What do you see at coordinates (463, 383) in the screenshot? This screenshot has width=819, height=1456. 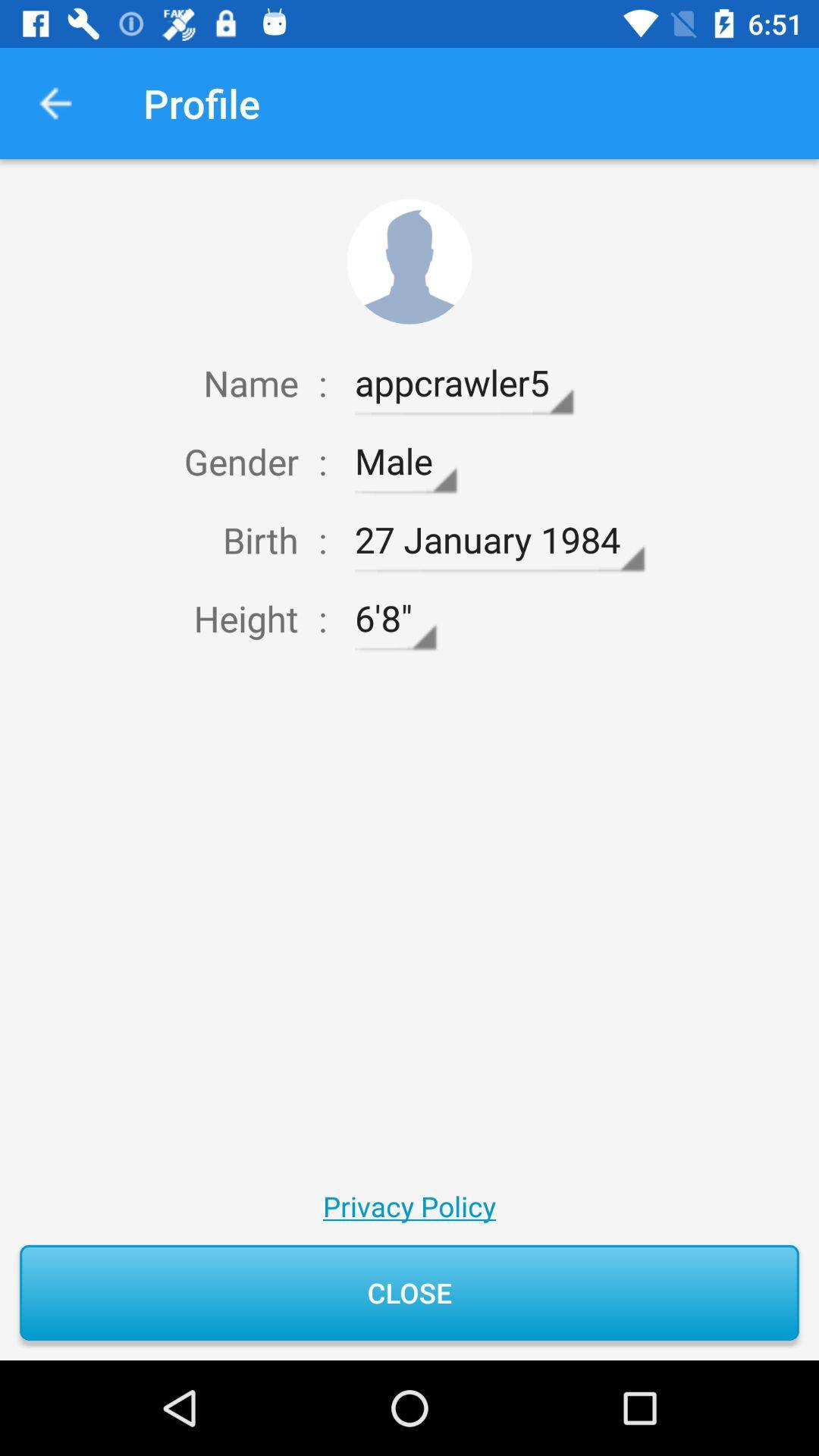 I see `the item to the right of :` at bounding box center [463, 383].